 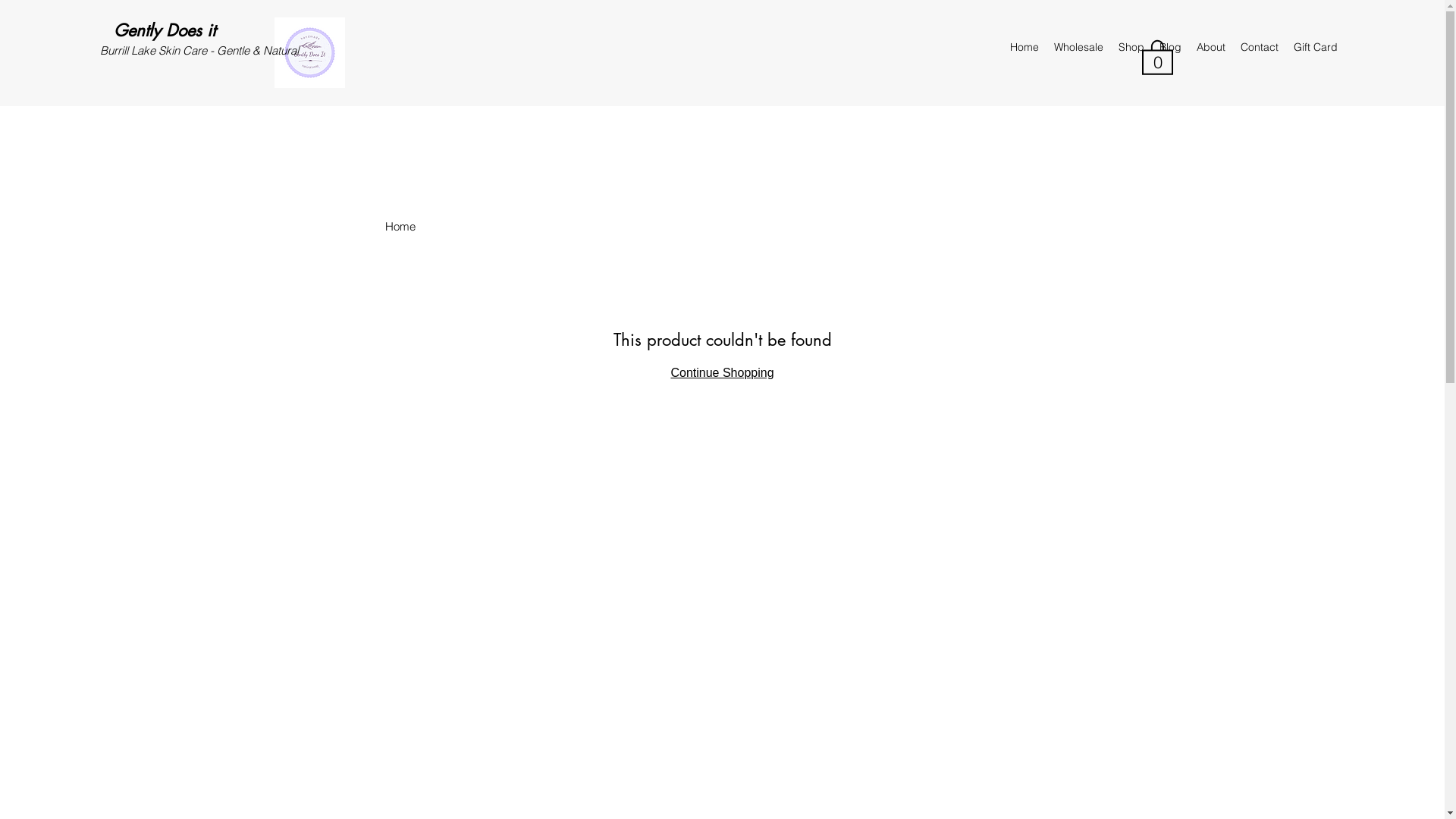 I want to click on 'Contact', so click(x=1259, y=45).